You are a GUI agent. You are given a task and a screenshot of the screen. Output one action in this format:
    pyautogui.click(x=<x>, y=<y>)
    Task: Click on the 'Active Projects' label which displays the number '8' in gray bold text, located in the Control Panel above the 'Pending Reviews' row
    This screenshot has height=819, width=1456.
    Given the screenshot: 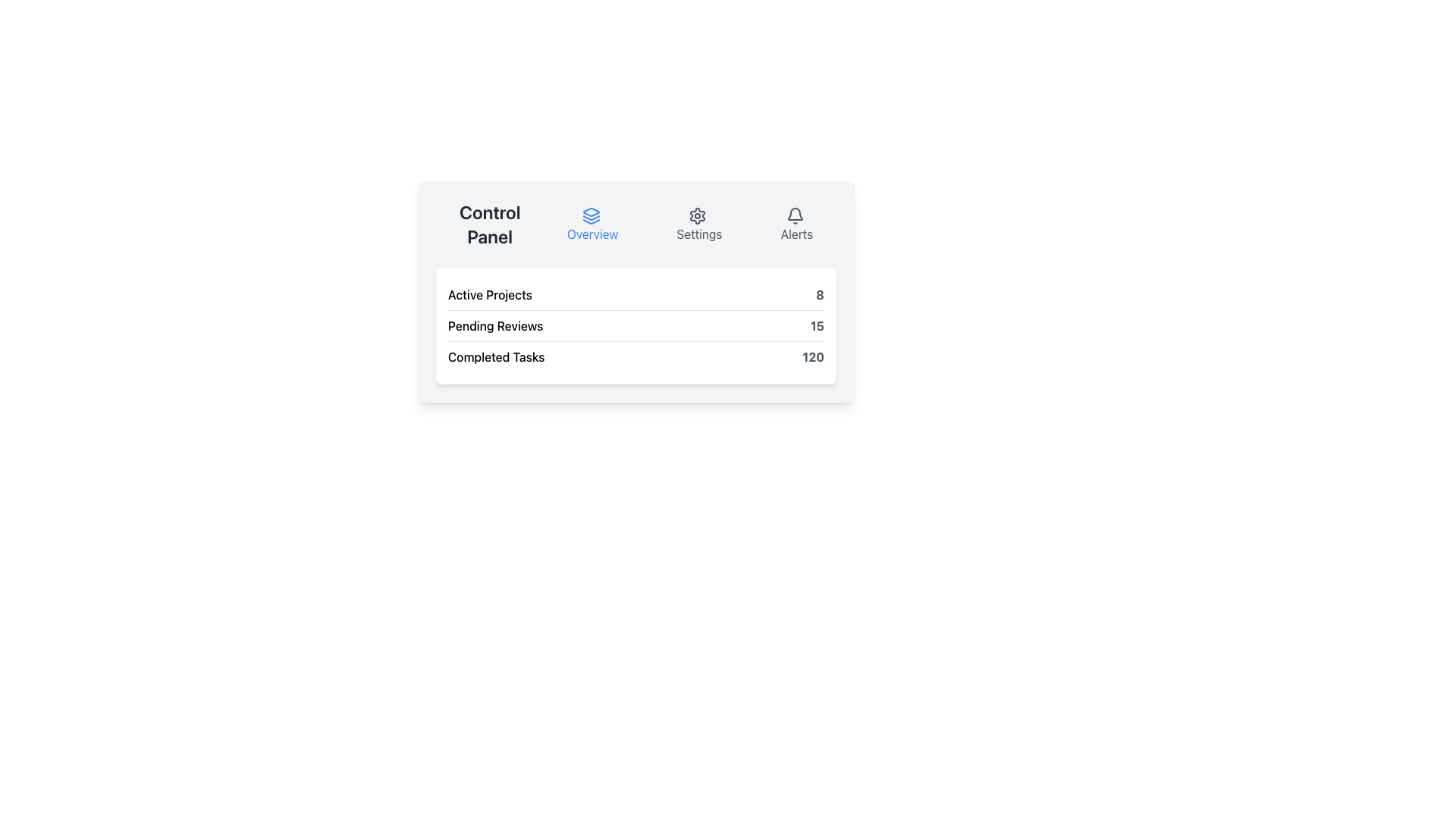 What is the action you would take?
    pyautogui.click(x=636, y=295)
    